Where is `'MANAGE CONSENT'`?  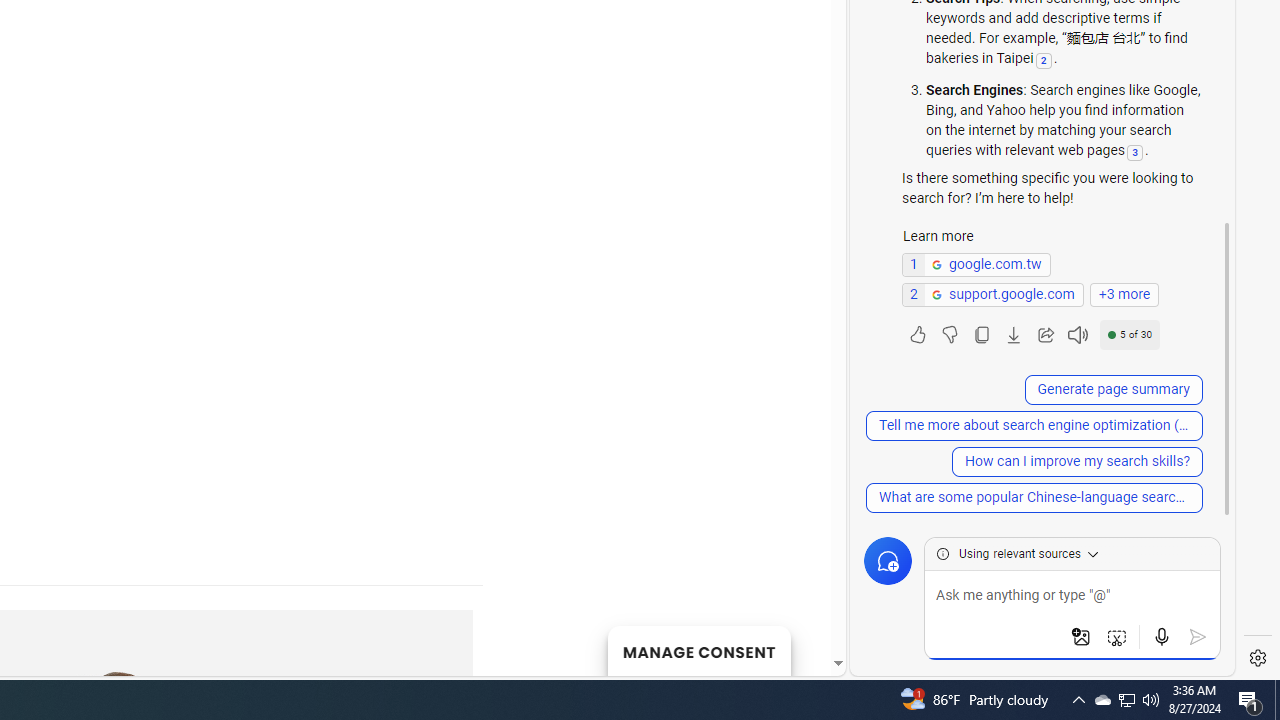
'MANAGE CONSENT' is located at coordinates (698, 650).